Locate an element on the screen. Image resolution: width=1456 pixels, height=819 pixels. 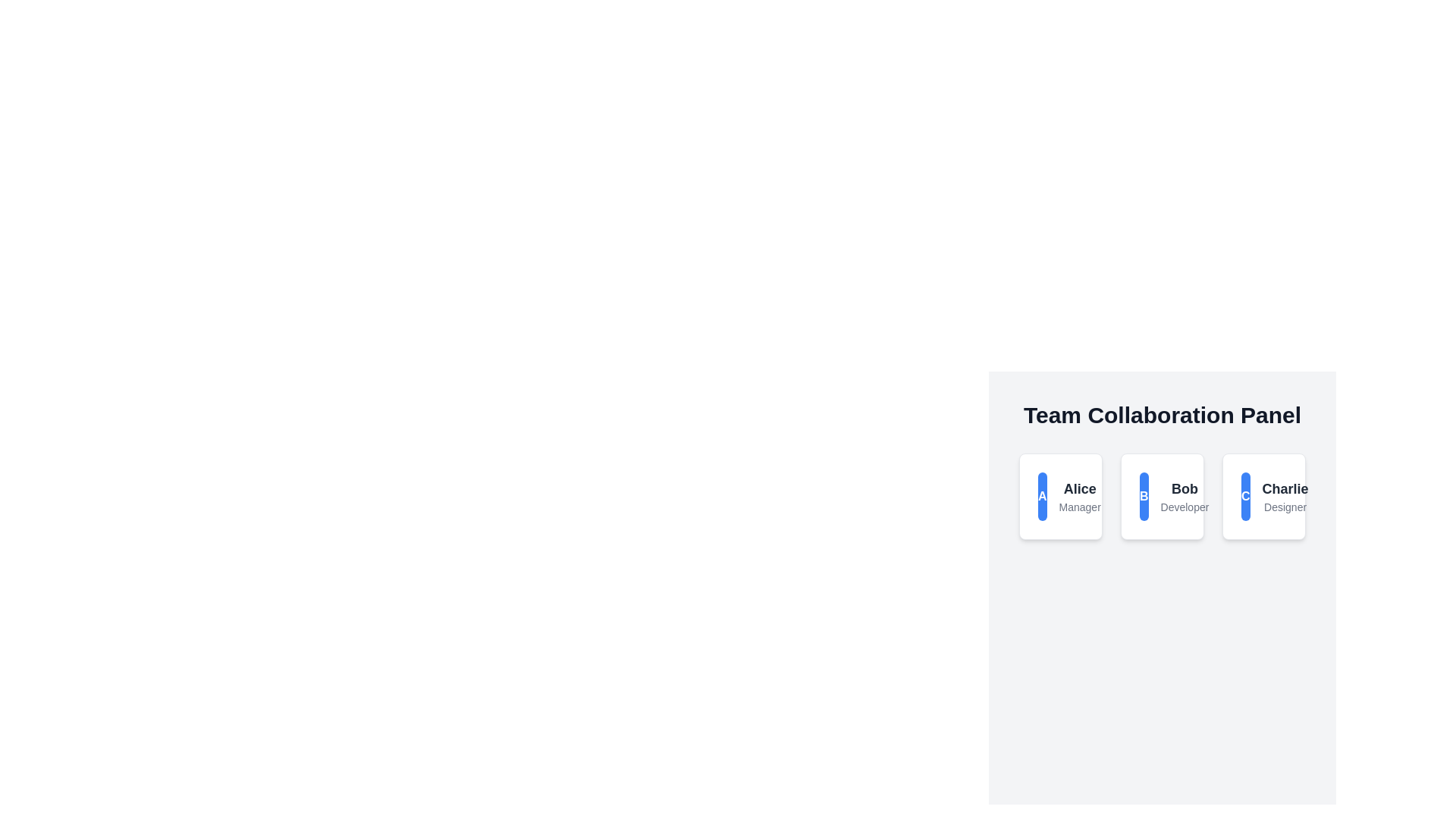
the circular badge with a blue background and white text displaying the letter 'C', which represents 'Charlie' in the Team Collaboration Panel is located at coordinates (1245, 497).